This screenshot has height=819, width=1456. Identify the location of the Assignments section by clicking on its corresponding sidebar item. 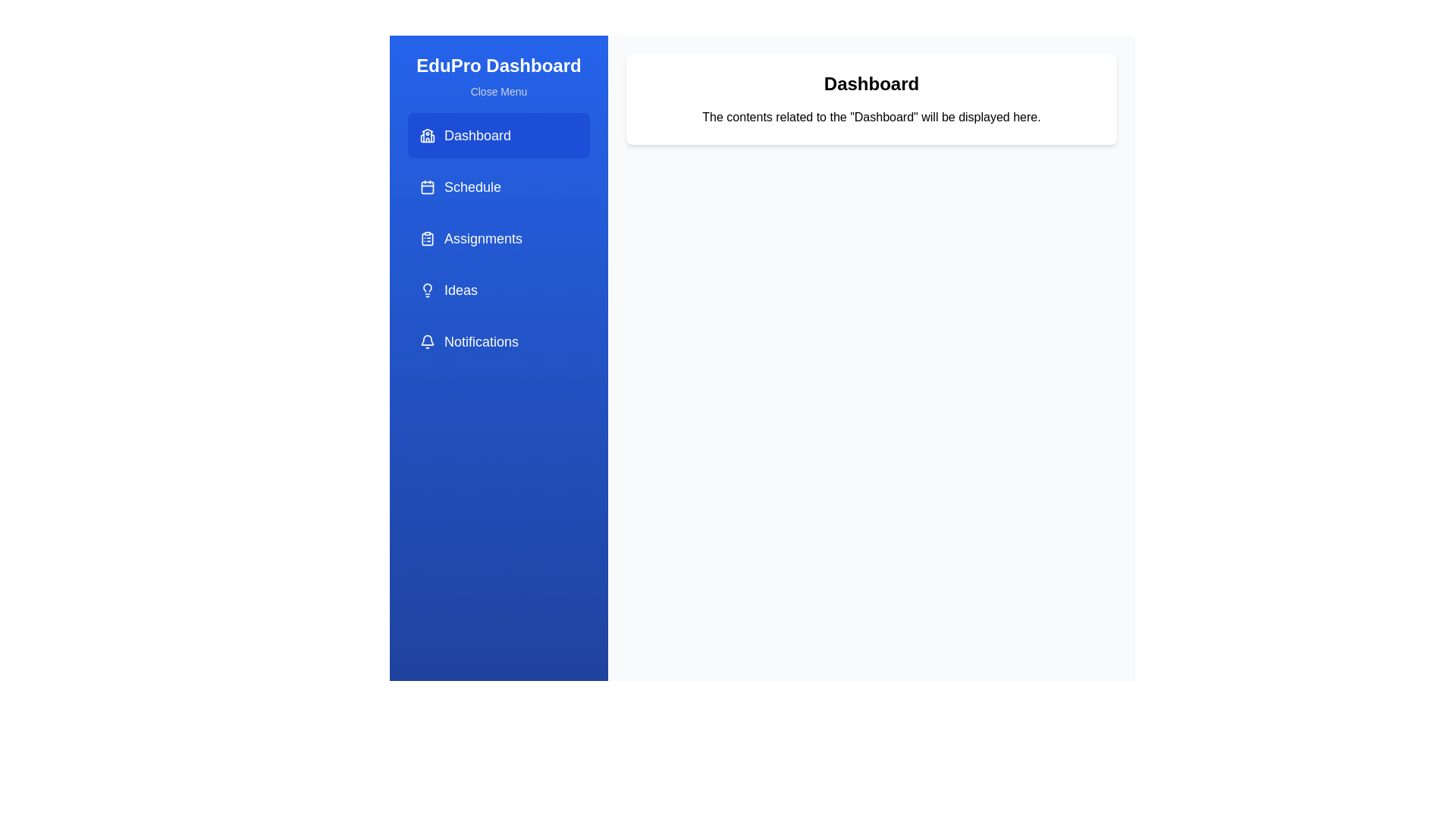
(498, 239).